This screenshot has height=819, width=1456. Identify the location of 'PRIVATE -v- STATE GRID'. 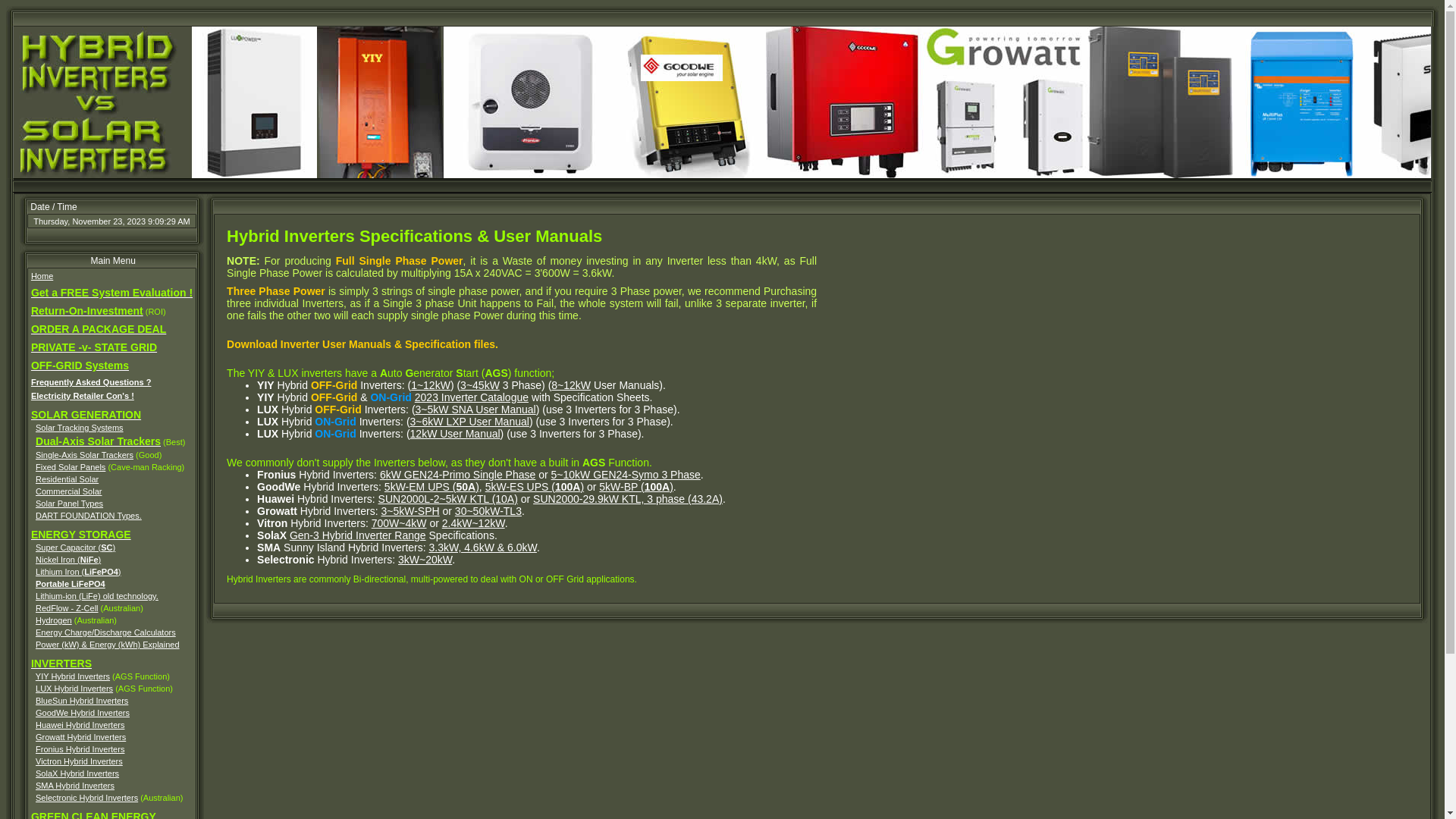
(93, 348).